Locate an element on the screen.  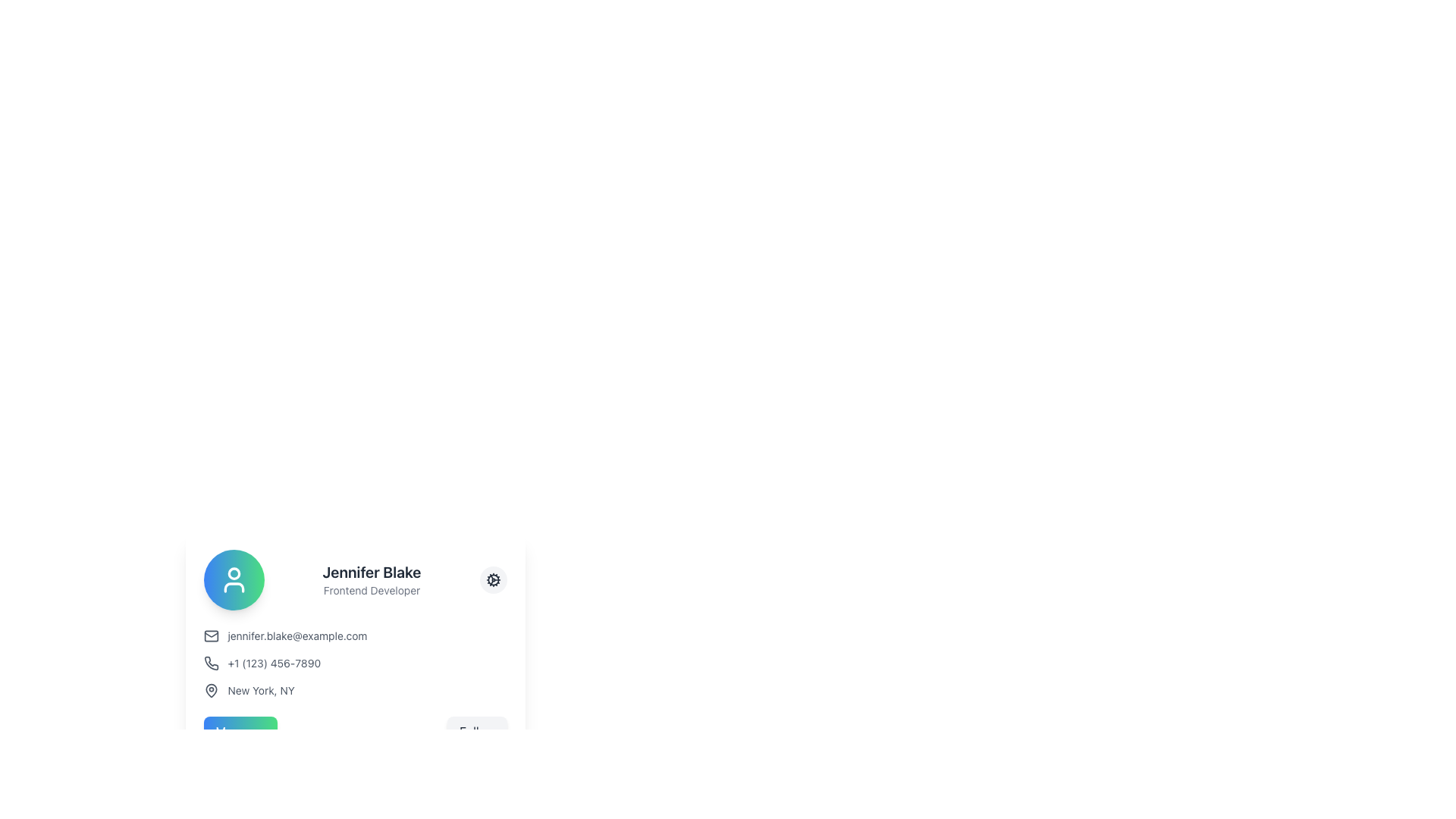
the gear icon located within the light gray circular button at the top-right corner of the user detail card is located at coordinates (493, 579).